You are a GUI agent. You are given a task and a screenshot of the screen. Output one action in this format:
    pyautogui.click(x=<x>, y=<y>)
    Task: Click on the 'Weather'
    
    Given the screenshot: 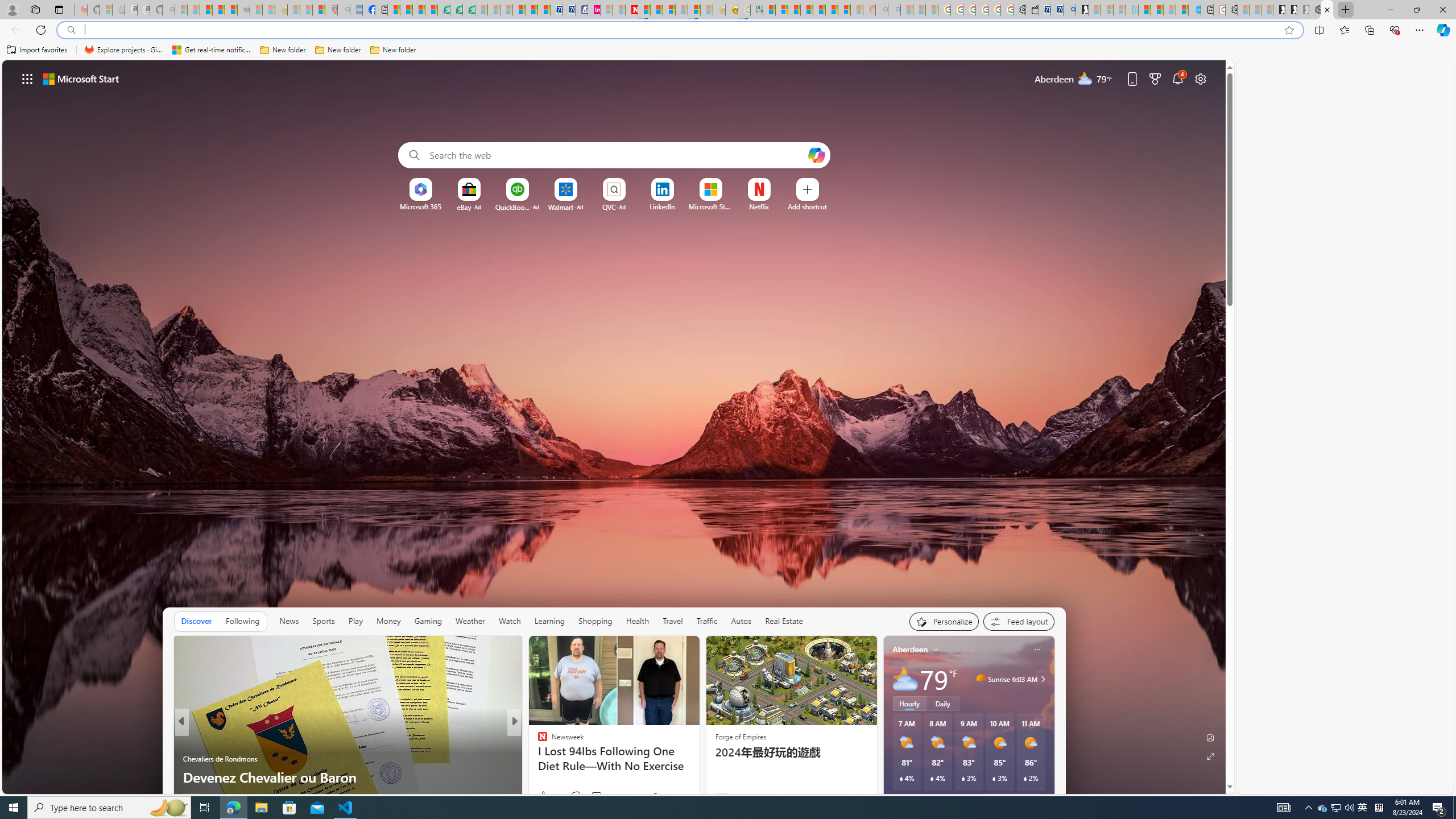 What is the action you would take?
    pyautogui.click(x=470, y=621)
    